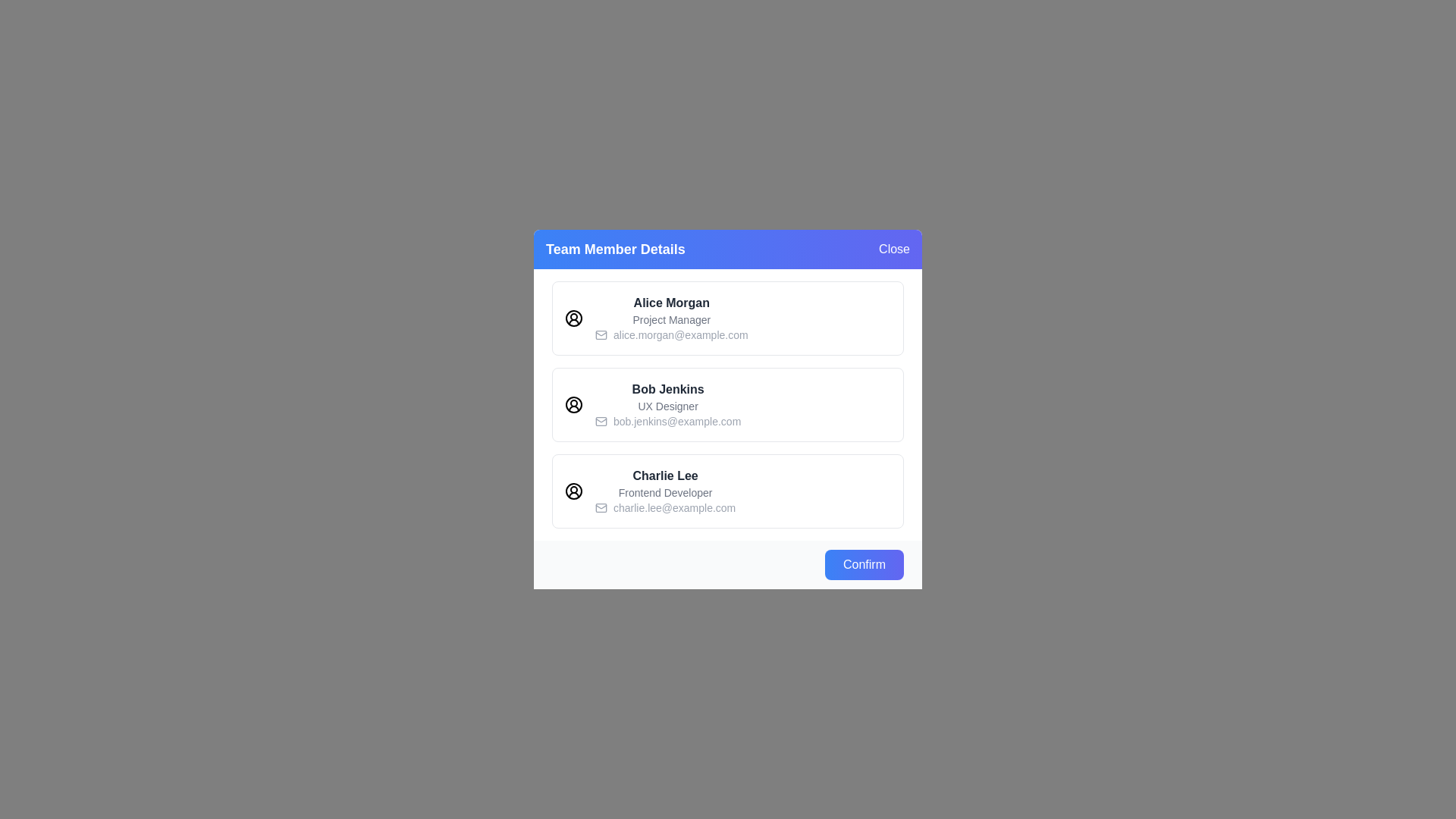  I want to click on the text label displaying 'Alice Morgan', which is in bold and dark gray, located at the top of the team member's details section, so click(670, 303).